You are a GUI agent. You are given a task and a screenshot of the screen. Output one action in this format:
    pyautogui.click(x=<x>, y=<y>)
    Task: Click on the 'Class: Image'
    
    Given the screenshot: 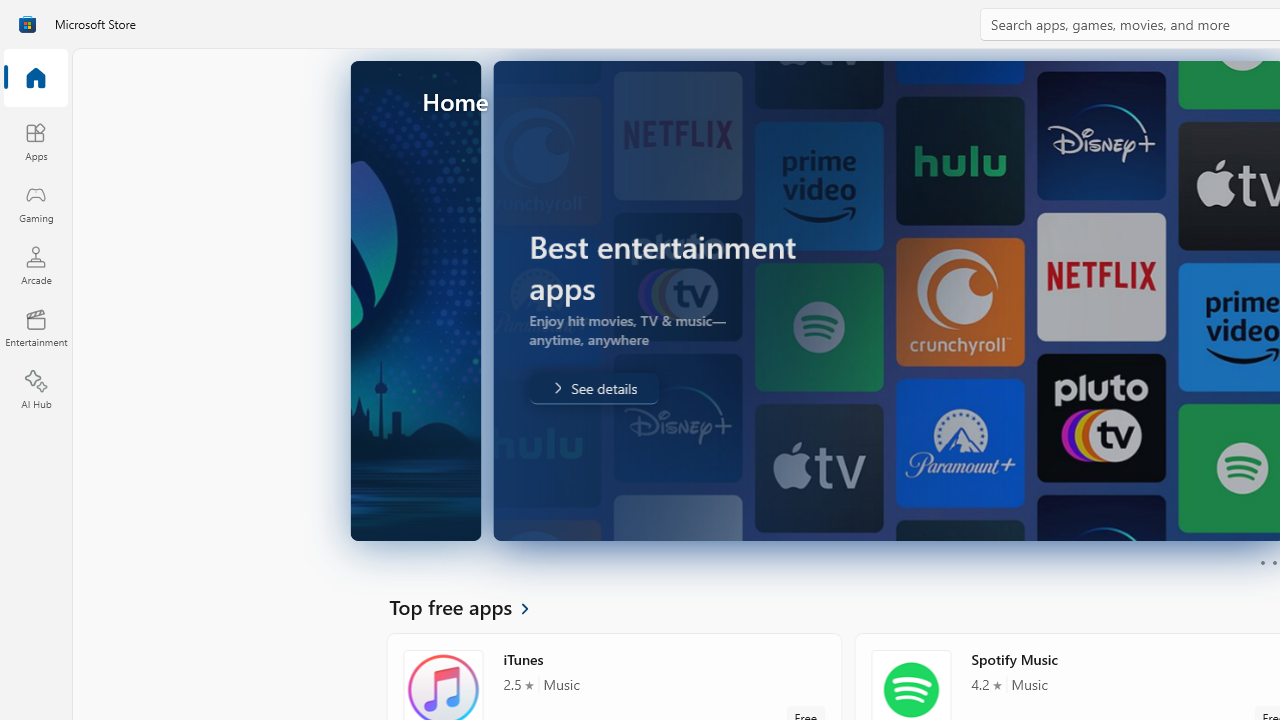 What is the action you would take?
    pyautogui.click(x=27, y=24)
    